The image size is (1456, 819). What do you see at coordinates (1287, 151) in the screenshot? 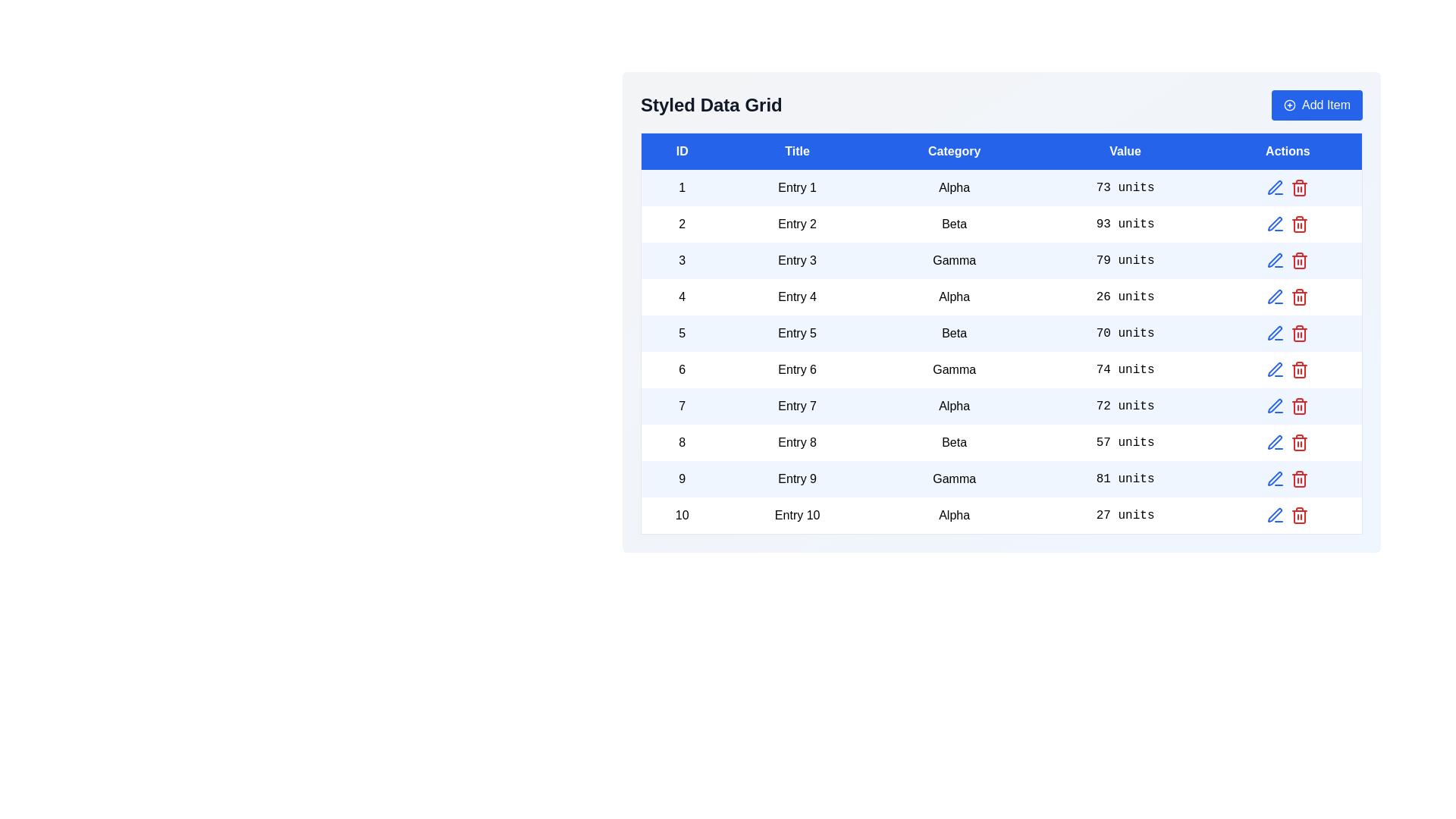
I see `the column header Actions to sort the table` at bounding box center [1287, 151].